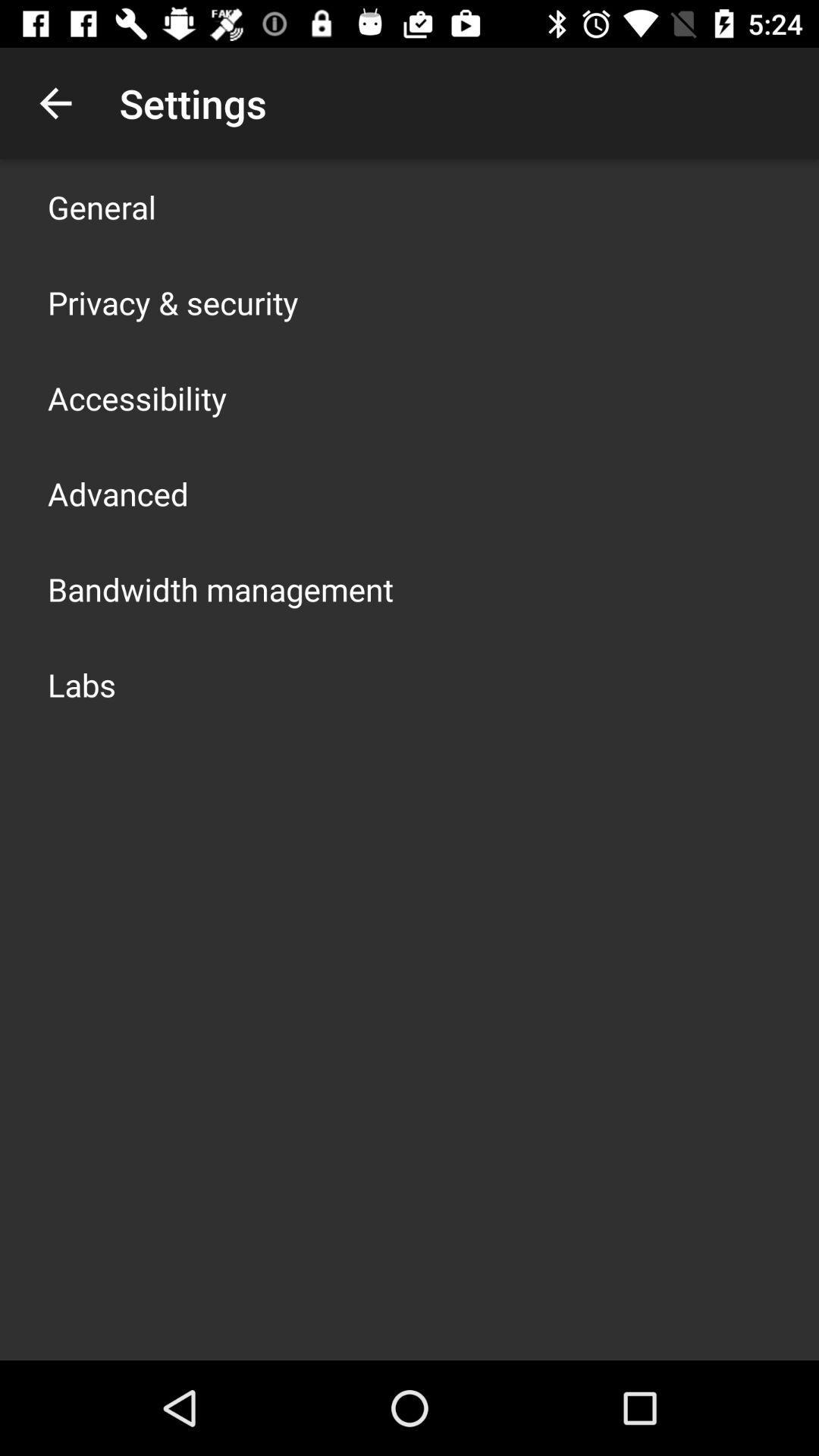 The height and width of the screenshot is (1456, 819). I want to click on general app, so click(102, 206).